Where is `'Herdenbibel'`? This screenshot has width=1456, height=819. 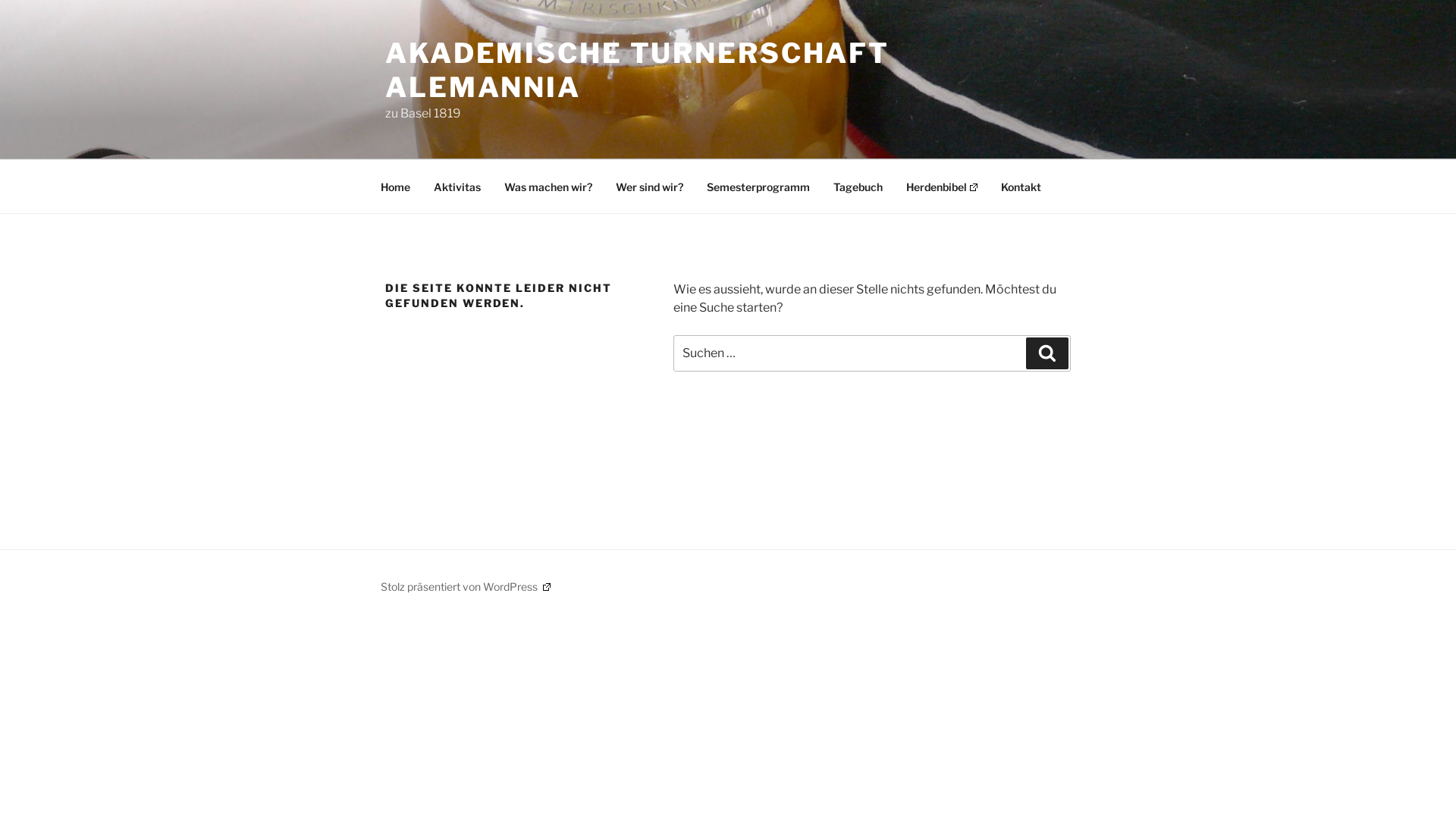
'Herdenbibel' is located at coordinates (941, 186).